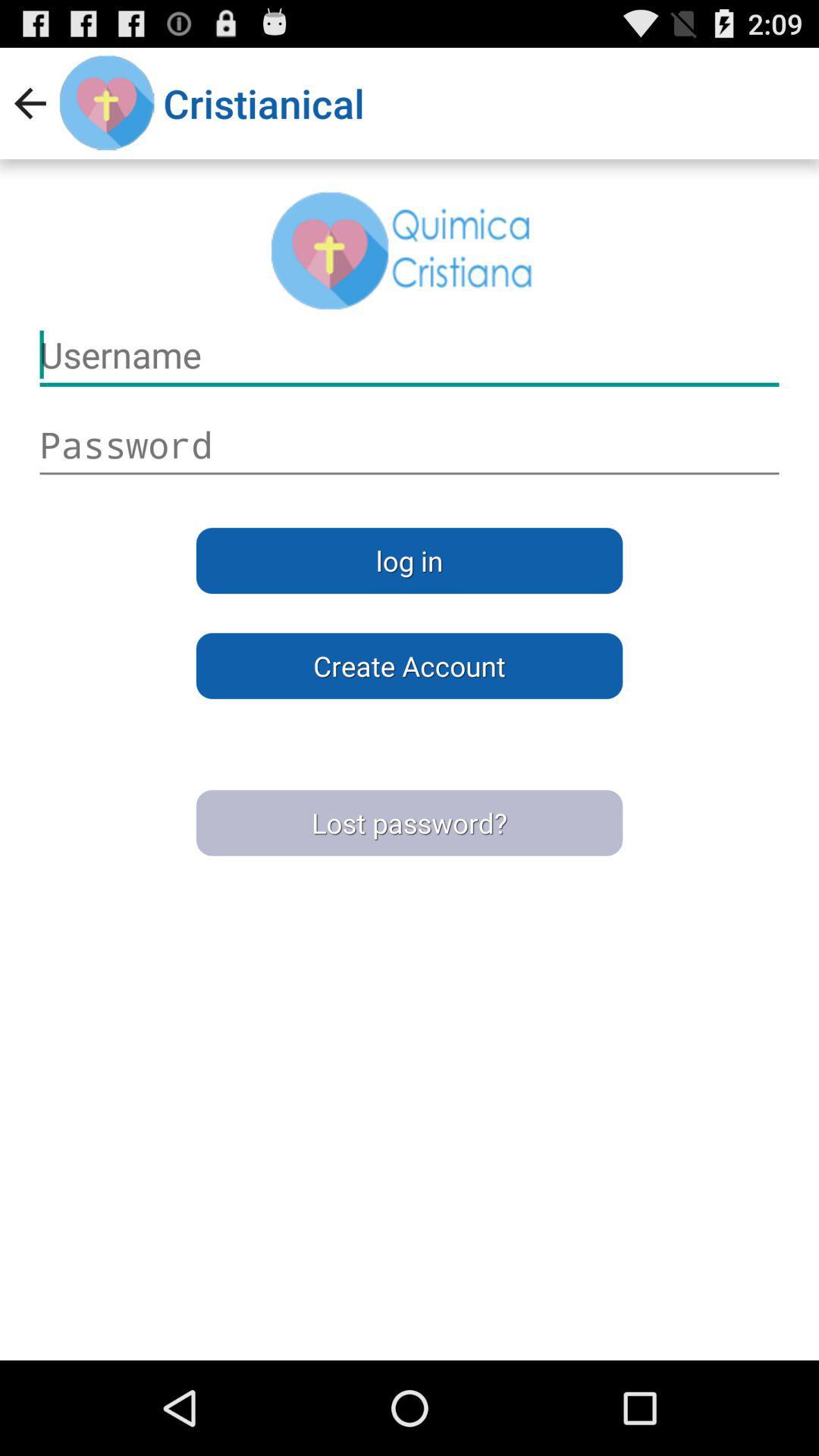 This screenshot has width=819, height=1456. I want to click on entre username, so click(409, 444).